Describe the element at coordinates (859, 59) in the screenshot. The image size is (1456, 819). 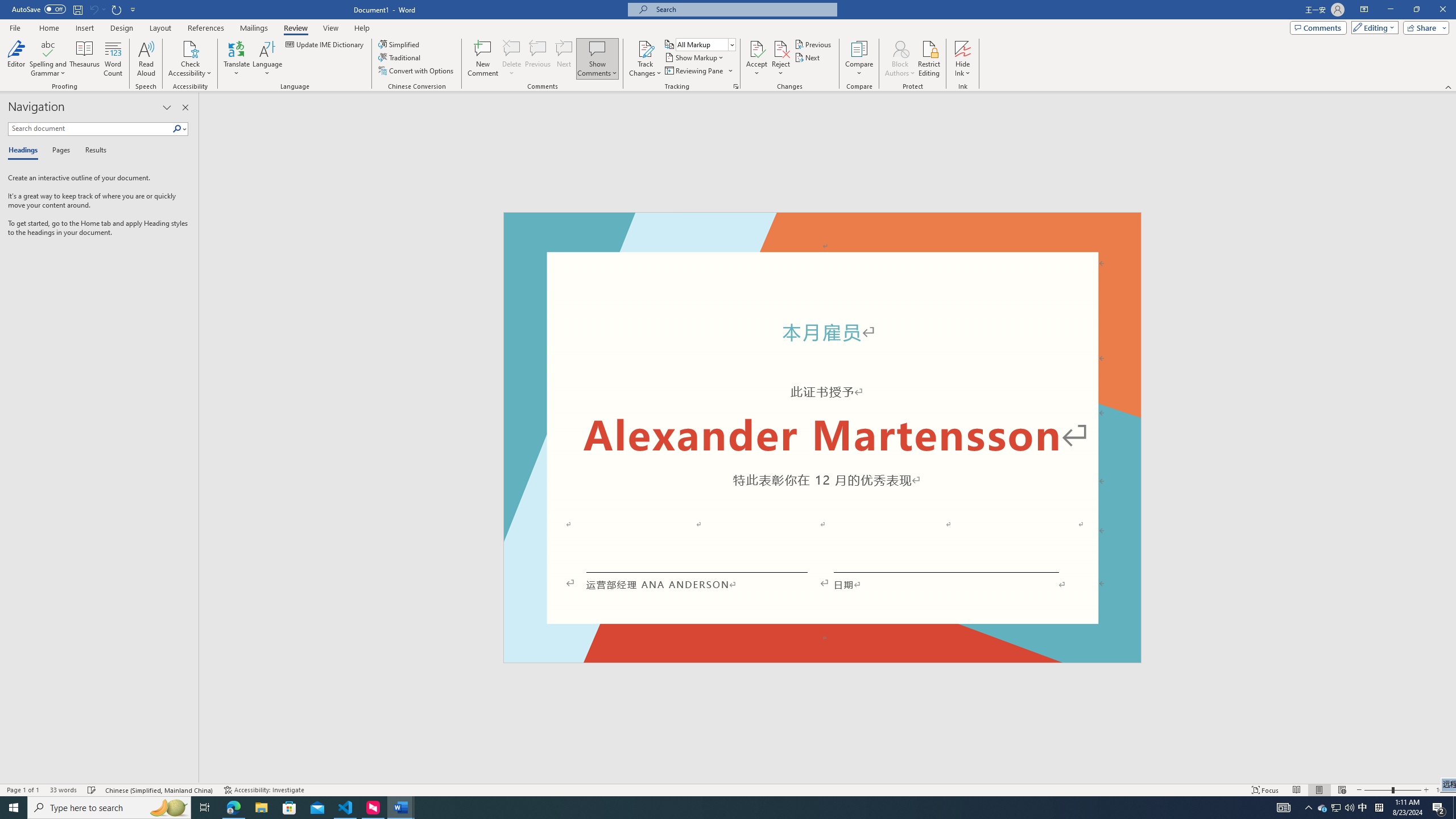
I see `'Compare'` at that location.